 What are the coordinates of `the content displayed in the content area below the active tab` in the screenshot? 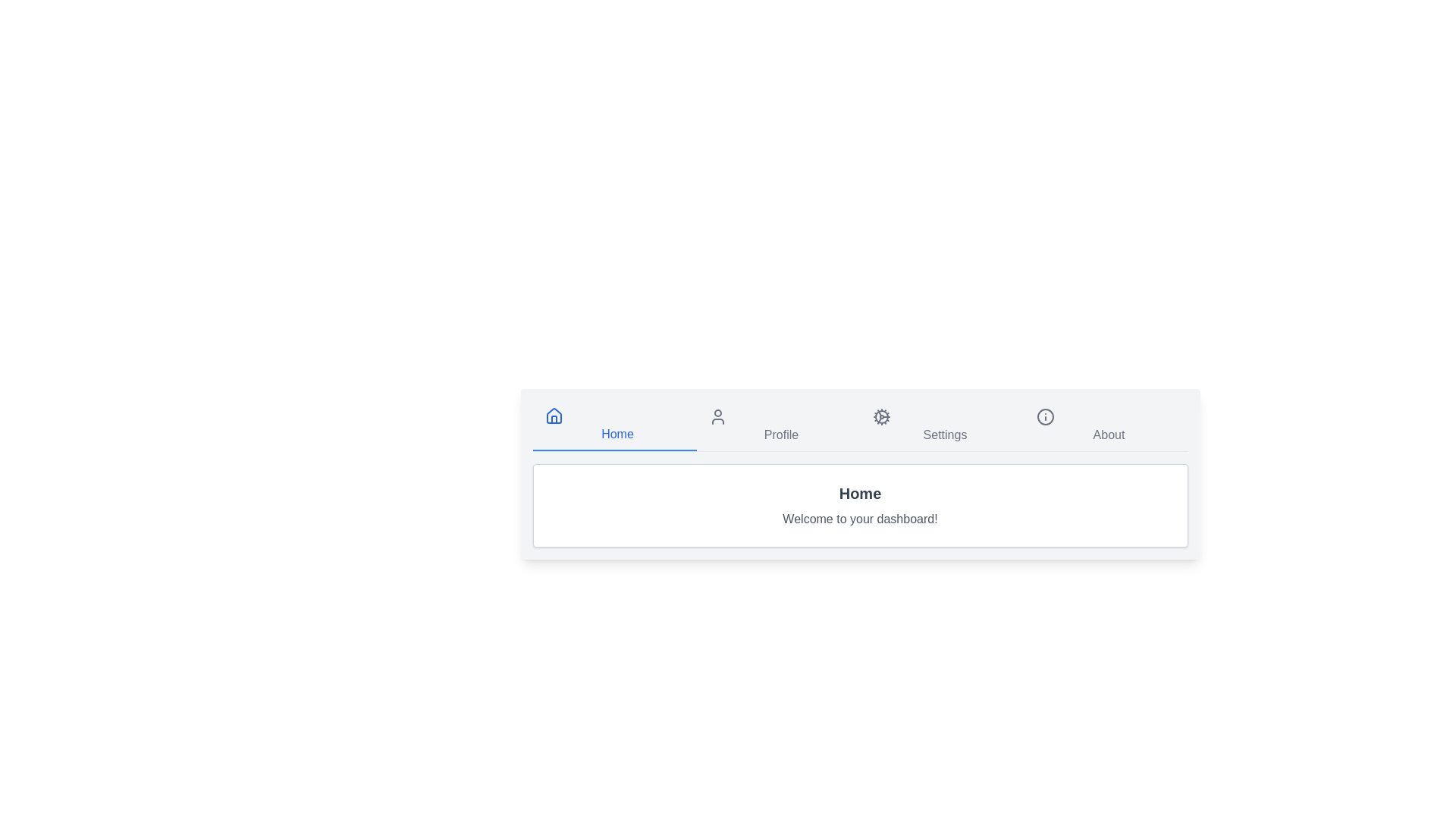 It's located at (860, 506).